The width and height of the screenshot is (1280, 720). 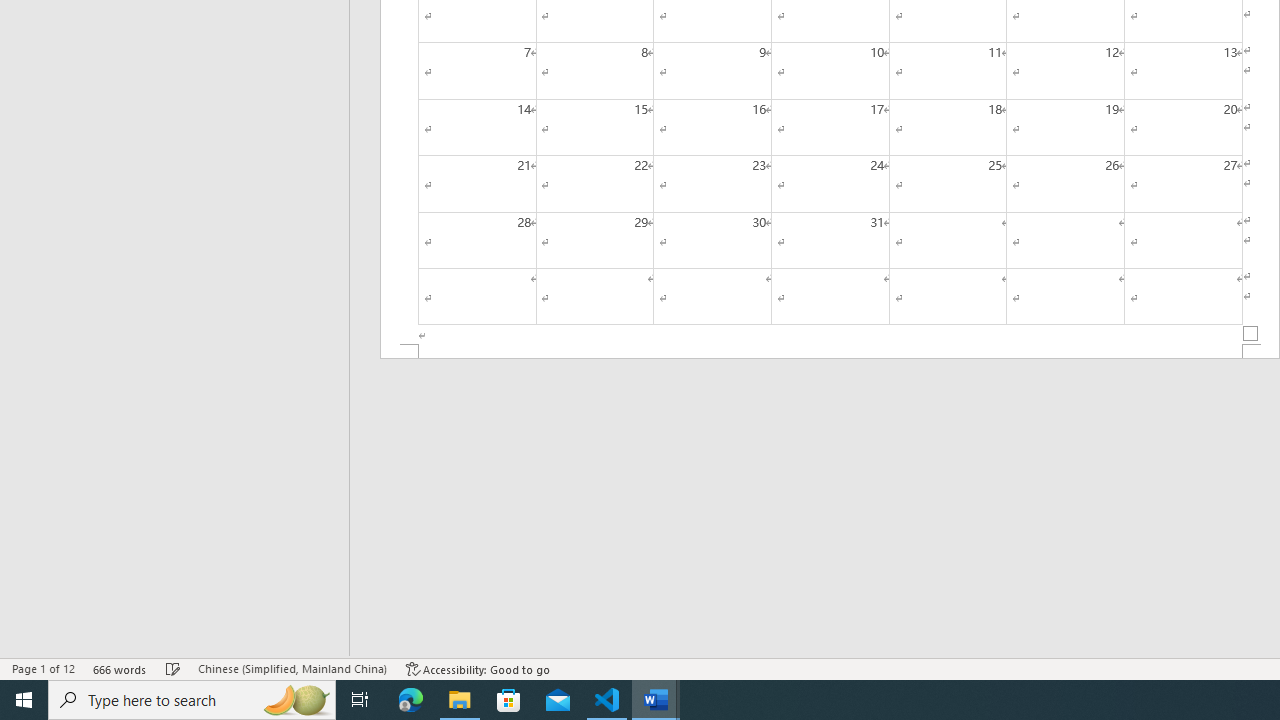 I want to click on 'Word - 2 running windows', so click(x=656, y=698).